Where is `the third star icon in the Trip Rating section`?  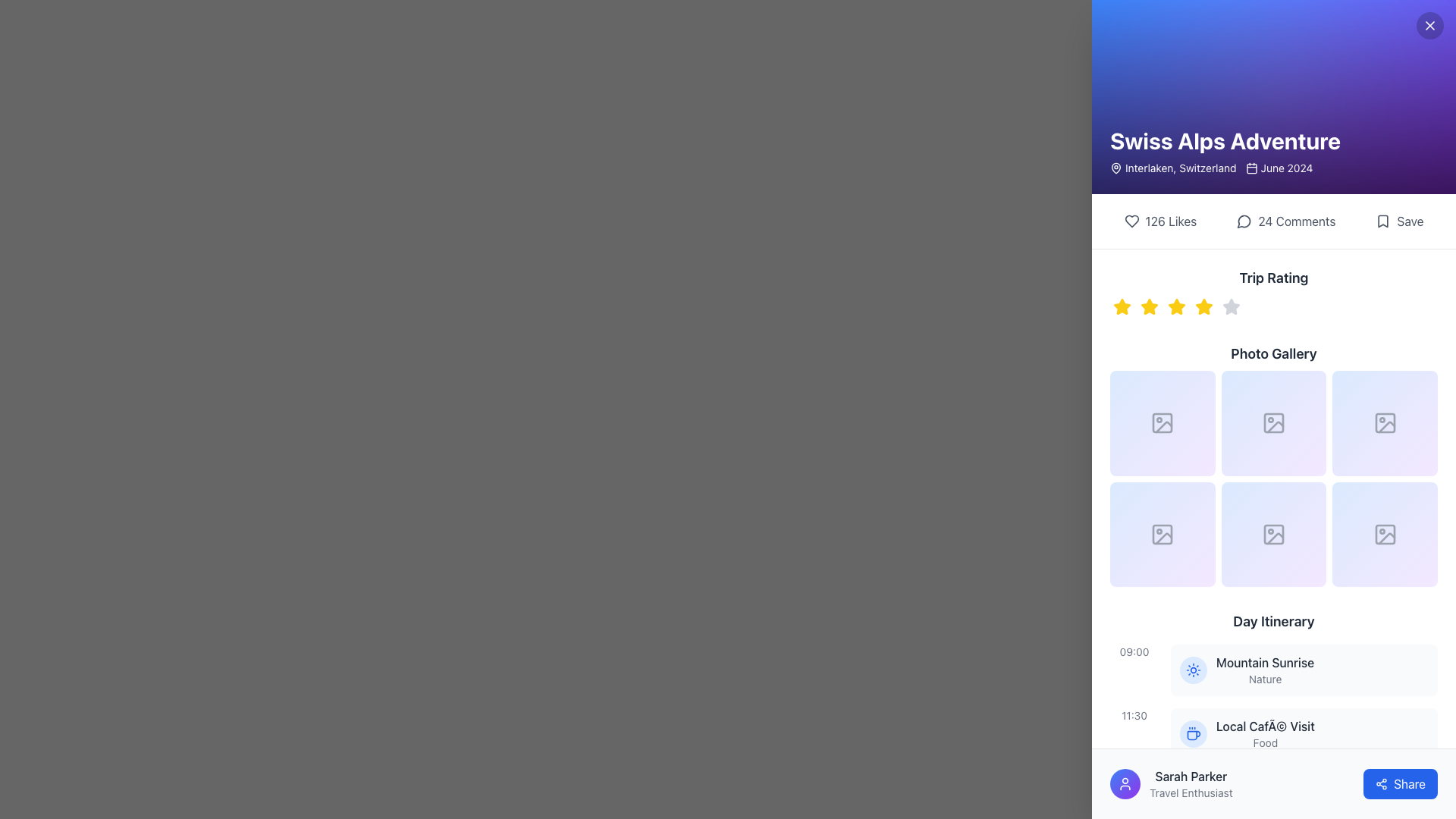
the third star icon in the Trip Rating section is located at coordinates (1175, 306).